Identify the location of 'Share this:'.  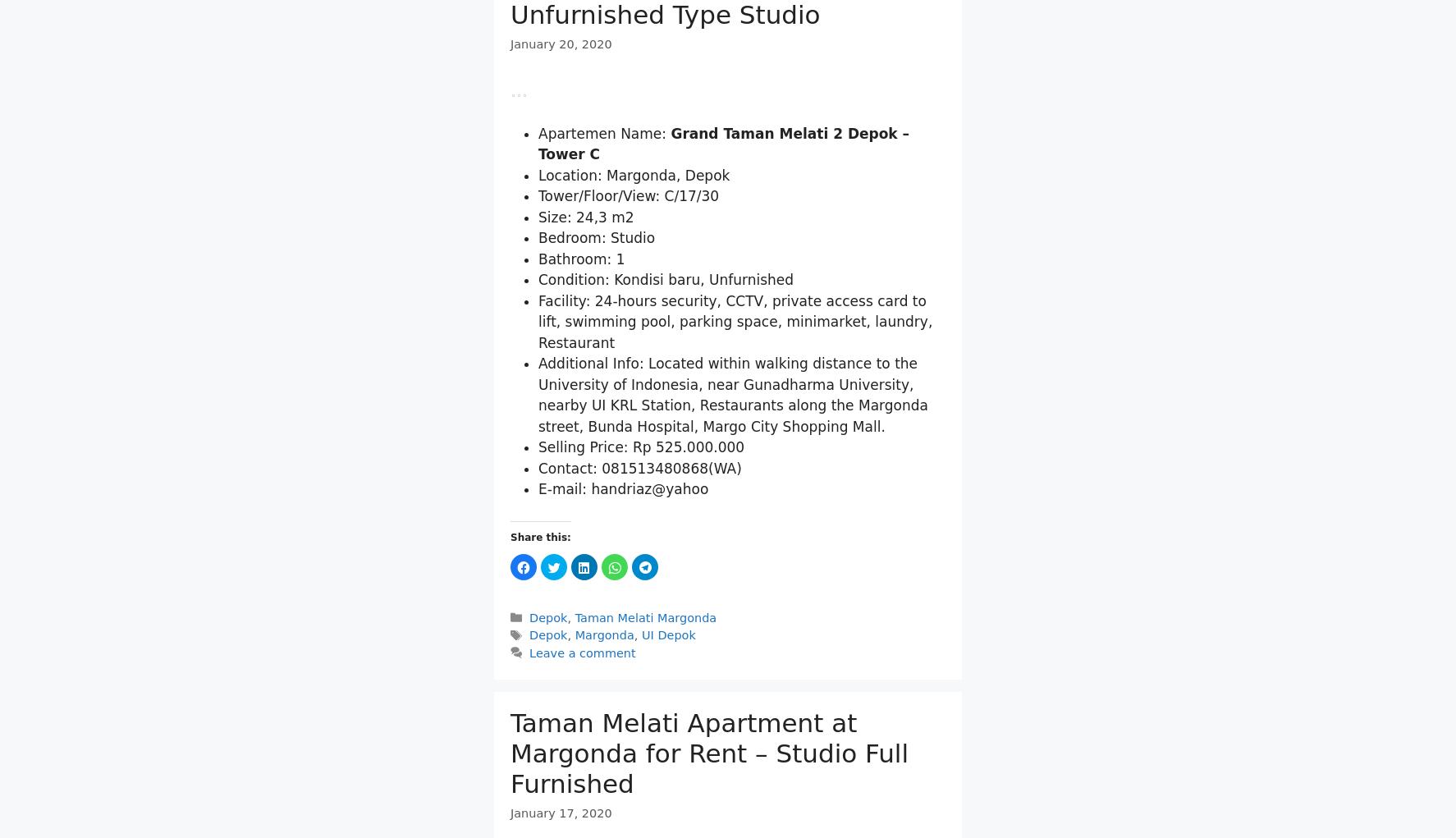
(509, 623).